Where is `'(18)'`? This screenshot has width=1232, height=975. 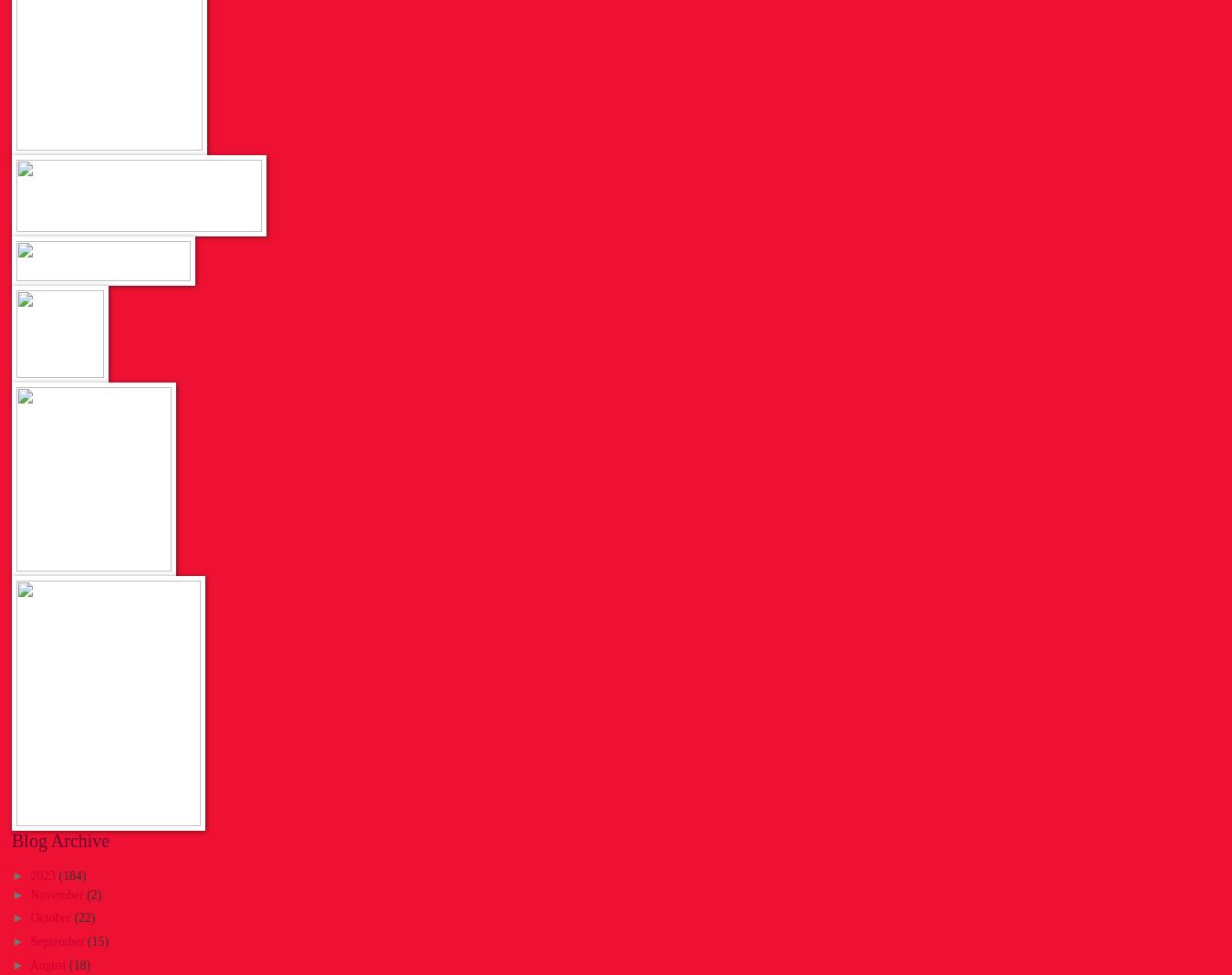
'(18)' is located at coordinates (78, 964).